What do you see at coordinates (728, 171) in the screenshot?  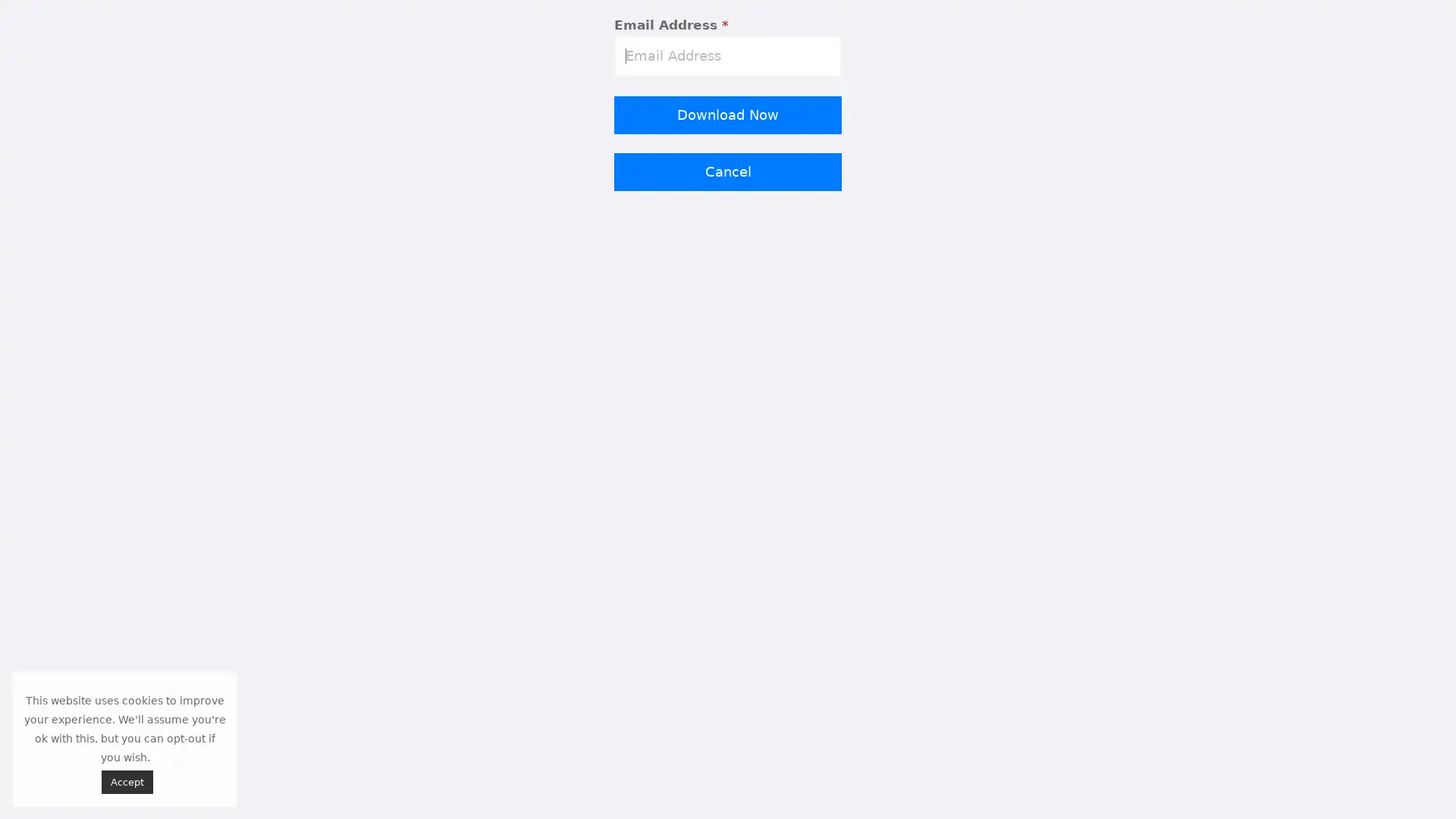 I see `Cancel` at bounding box center [728, 171].